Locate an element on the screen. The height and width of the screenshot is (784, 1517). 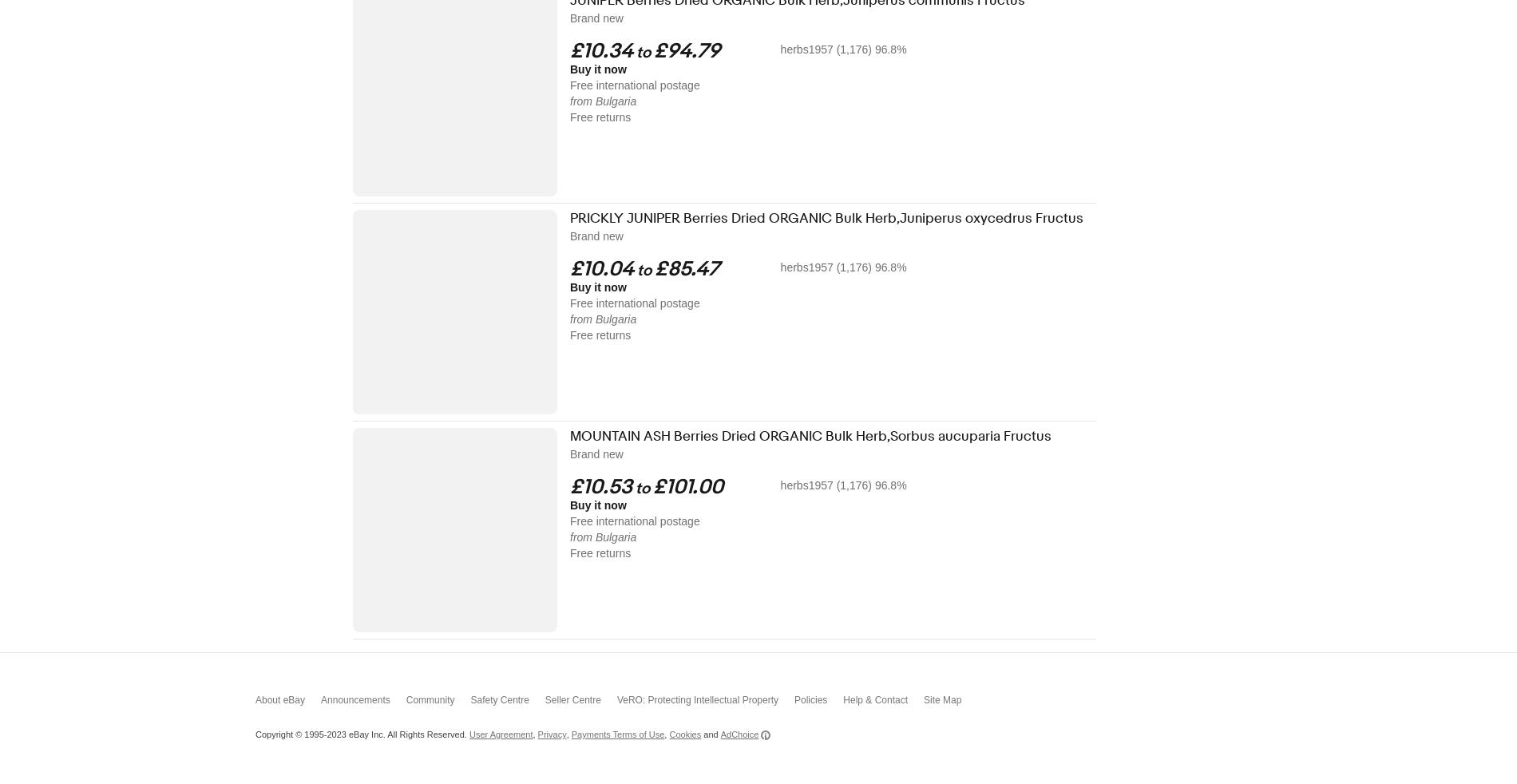
'About eBay' is located at coordinates (279, 700).